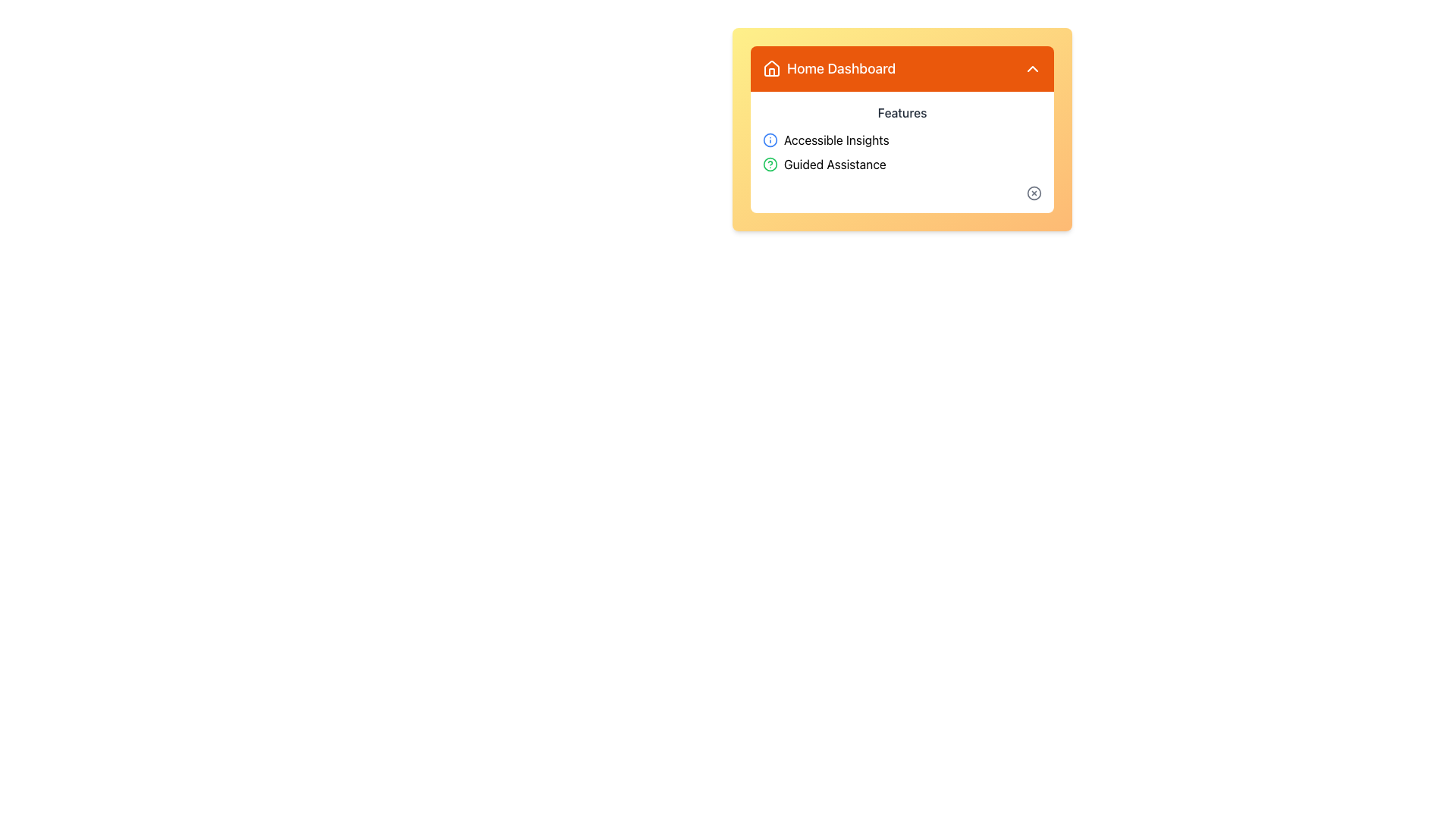  What do you see at coordinates (771, 69) in the screenshot?
I see `the stylized house icon located at the top-left corner of the module, which is to the left of the 'Home Dashboard' text` at bounding box center [771, 69].